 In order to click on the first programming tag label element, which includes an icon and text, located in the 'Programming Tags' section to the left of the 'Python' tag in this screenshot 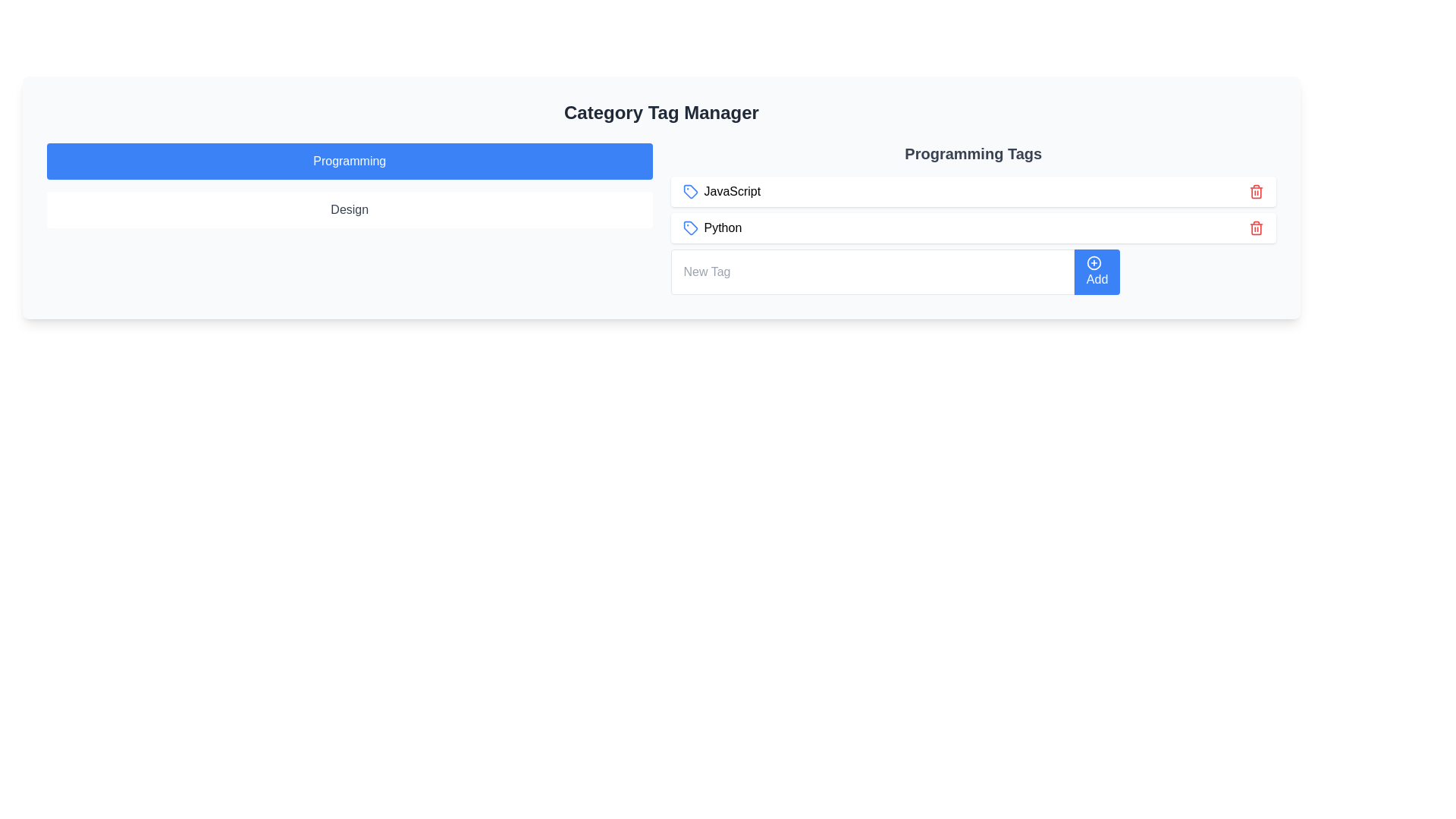, I will do `click(720, 191)`.